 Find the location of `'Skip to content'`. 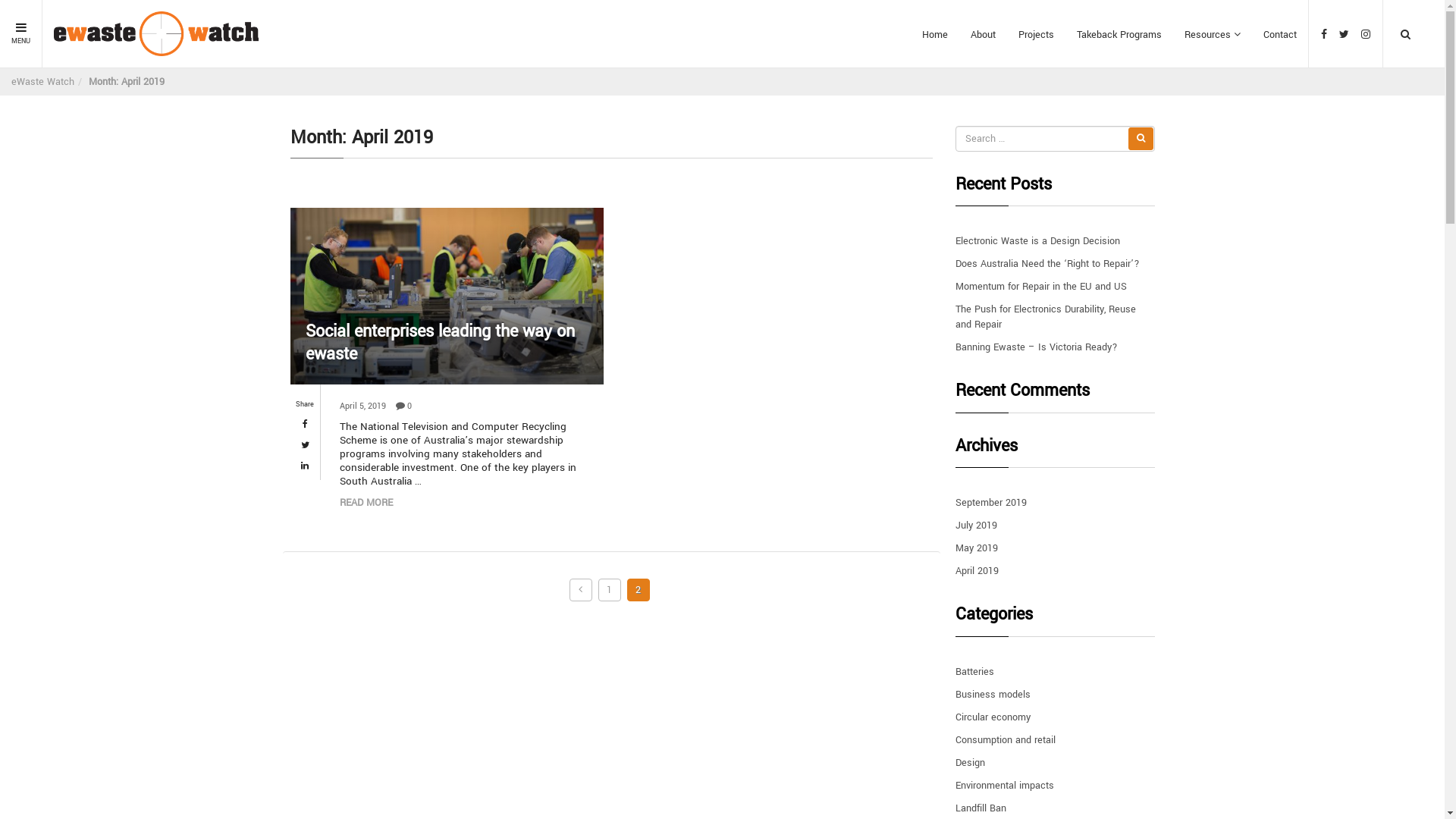

'Skip to content' is located at coordinates (0, 0).